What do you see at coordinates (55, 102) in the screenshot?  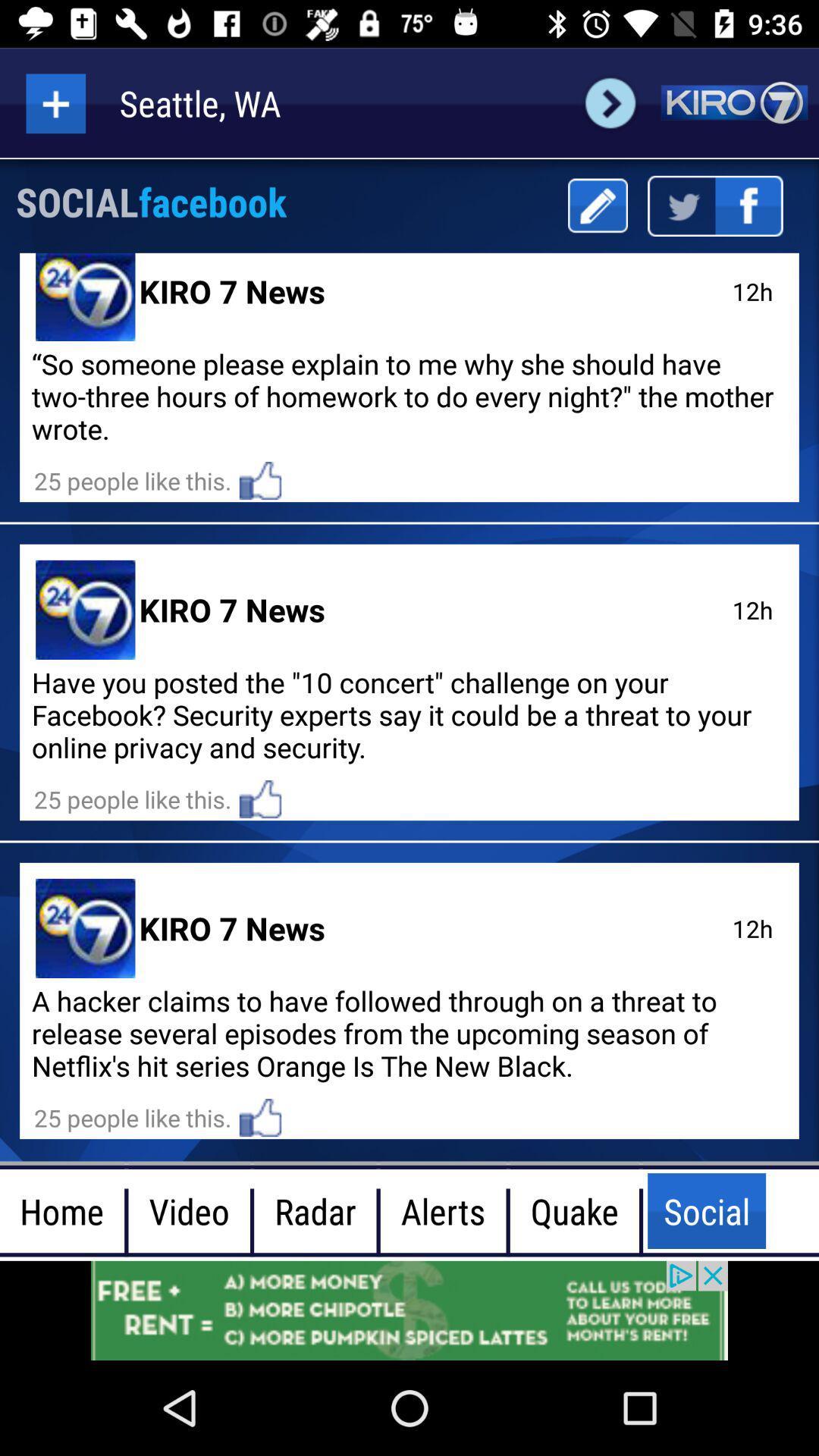 I see `the add icon` at bounding box center [55, 102].